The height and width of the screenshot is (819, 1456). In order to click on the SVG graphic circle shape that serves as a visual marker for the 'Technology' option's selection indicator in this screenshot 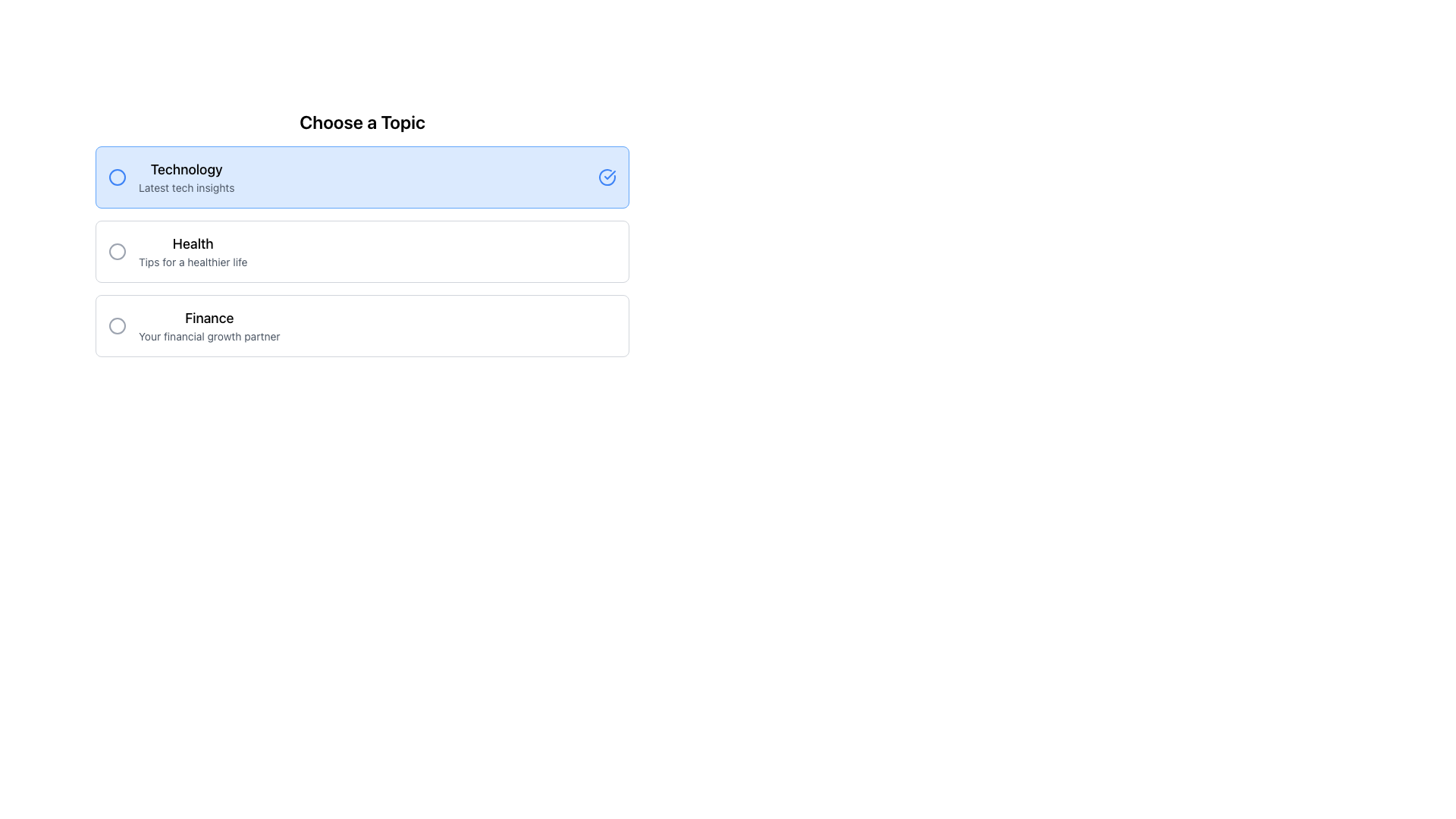, I will do `click(116, 177)`.